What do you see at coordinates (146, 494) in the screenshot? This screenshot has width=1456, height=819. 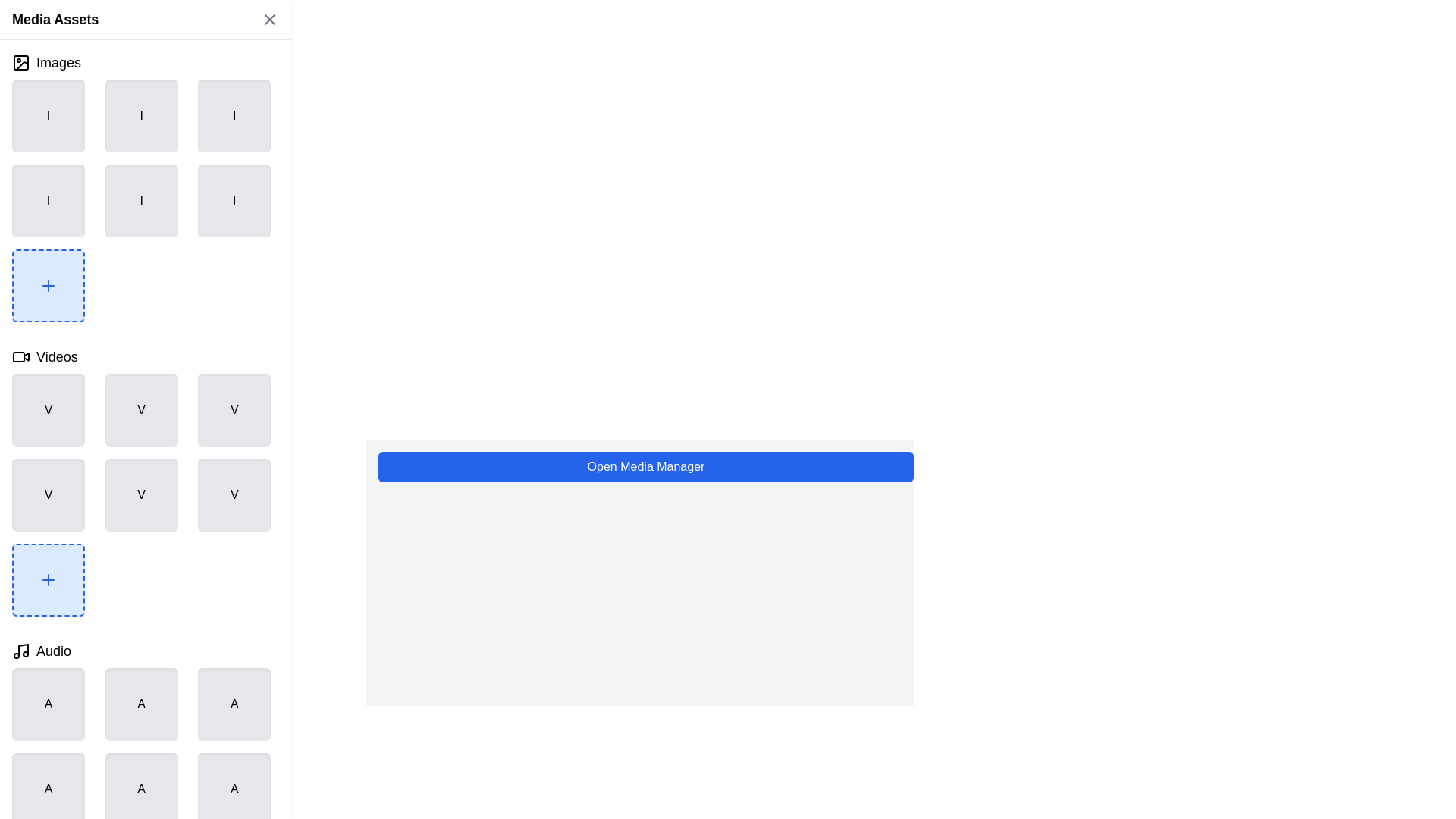 I see `the fifth item in the middle column of the second row in the media grid under the 'Videos' section` at bounding box center [146, 494].